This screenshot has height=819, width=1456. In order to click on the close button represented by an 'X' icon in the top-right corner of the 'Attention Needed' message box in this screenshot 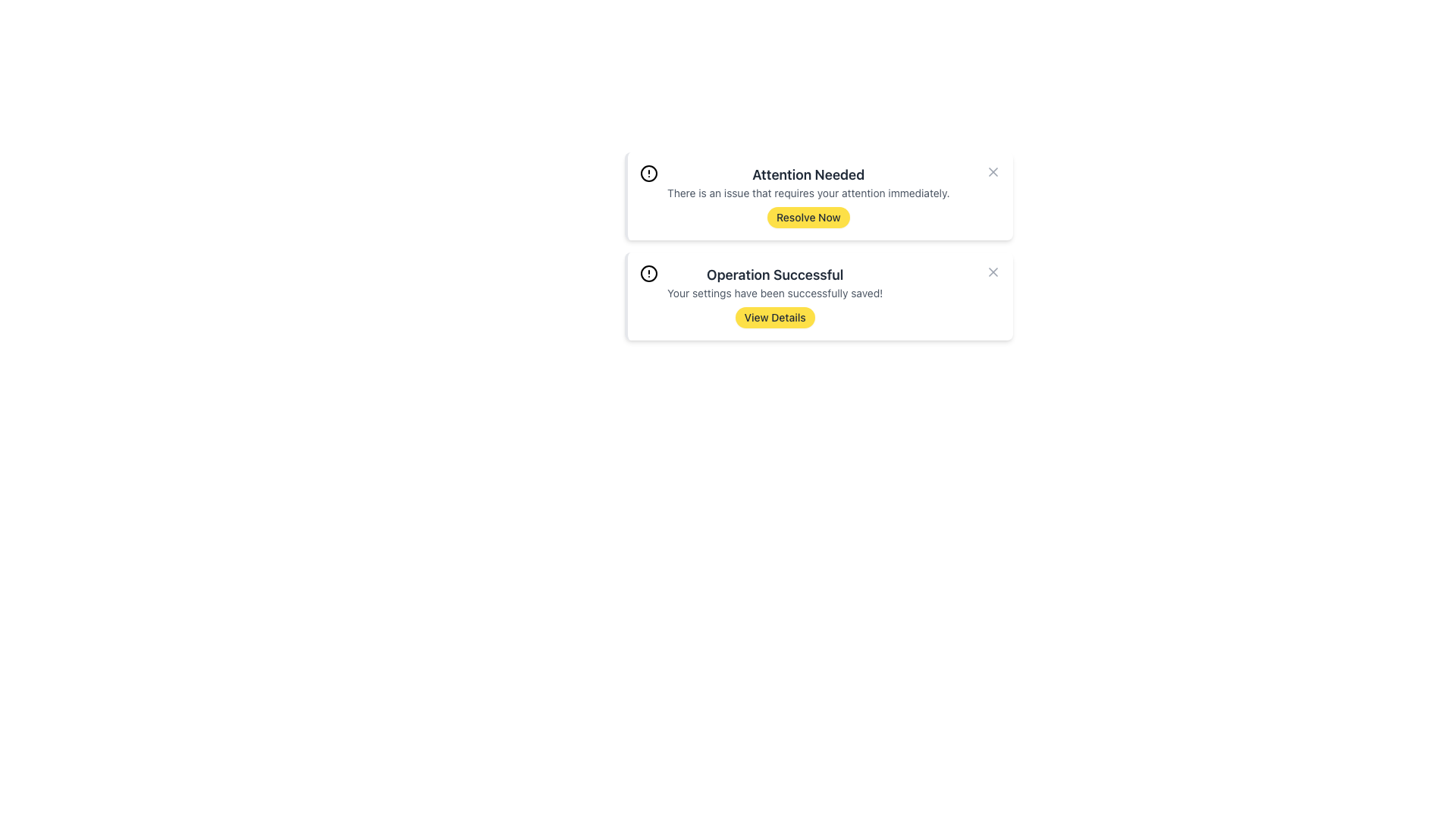, I will do `click(993, 171)`.